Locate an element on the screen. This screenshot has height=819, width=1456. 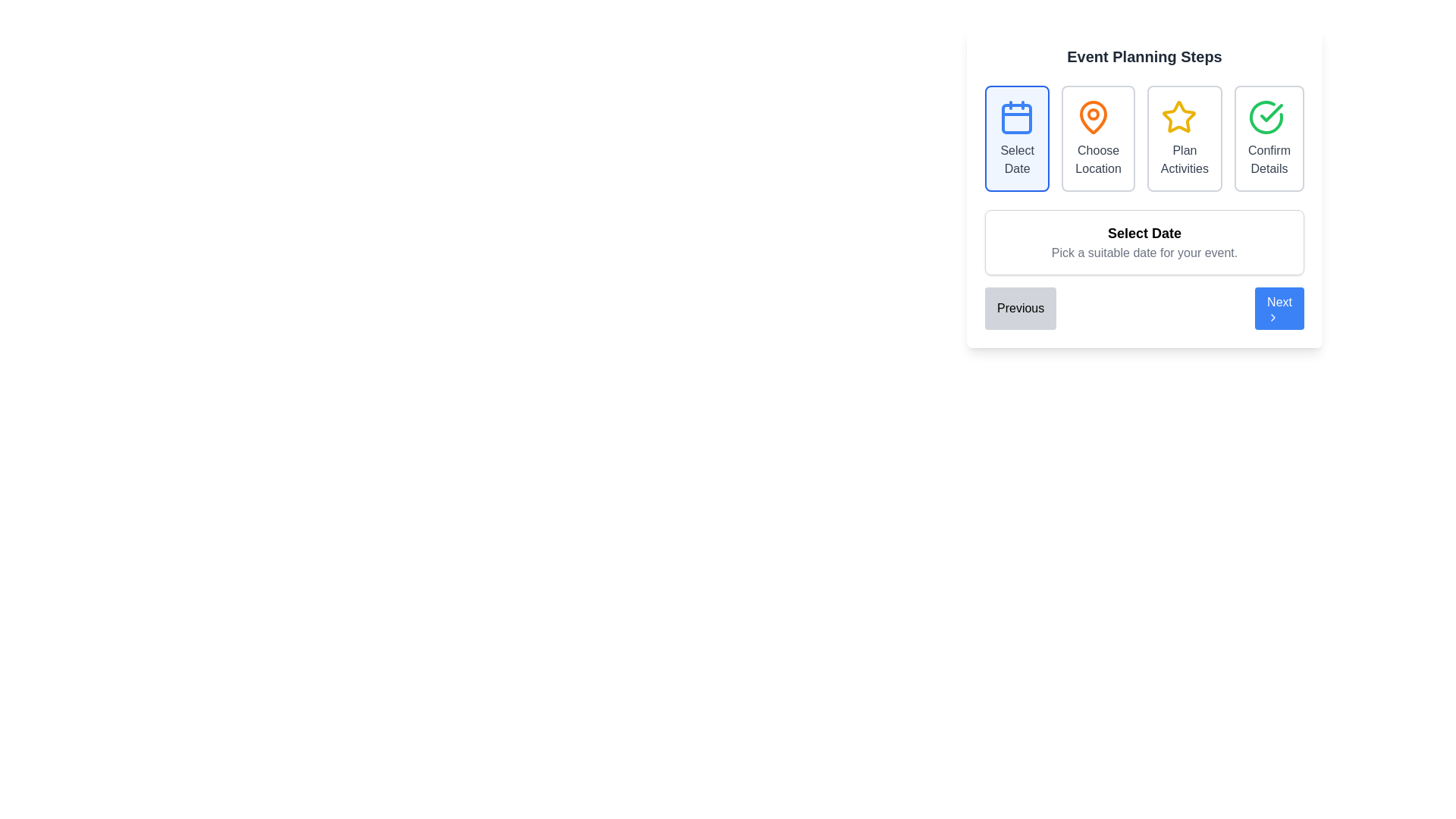
the text-based heading or label located at the top of the 'Event Planning Steps' section, which helps users understand the context of selecting a date is located at coordinates (1144, 234).